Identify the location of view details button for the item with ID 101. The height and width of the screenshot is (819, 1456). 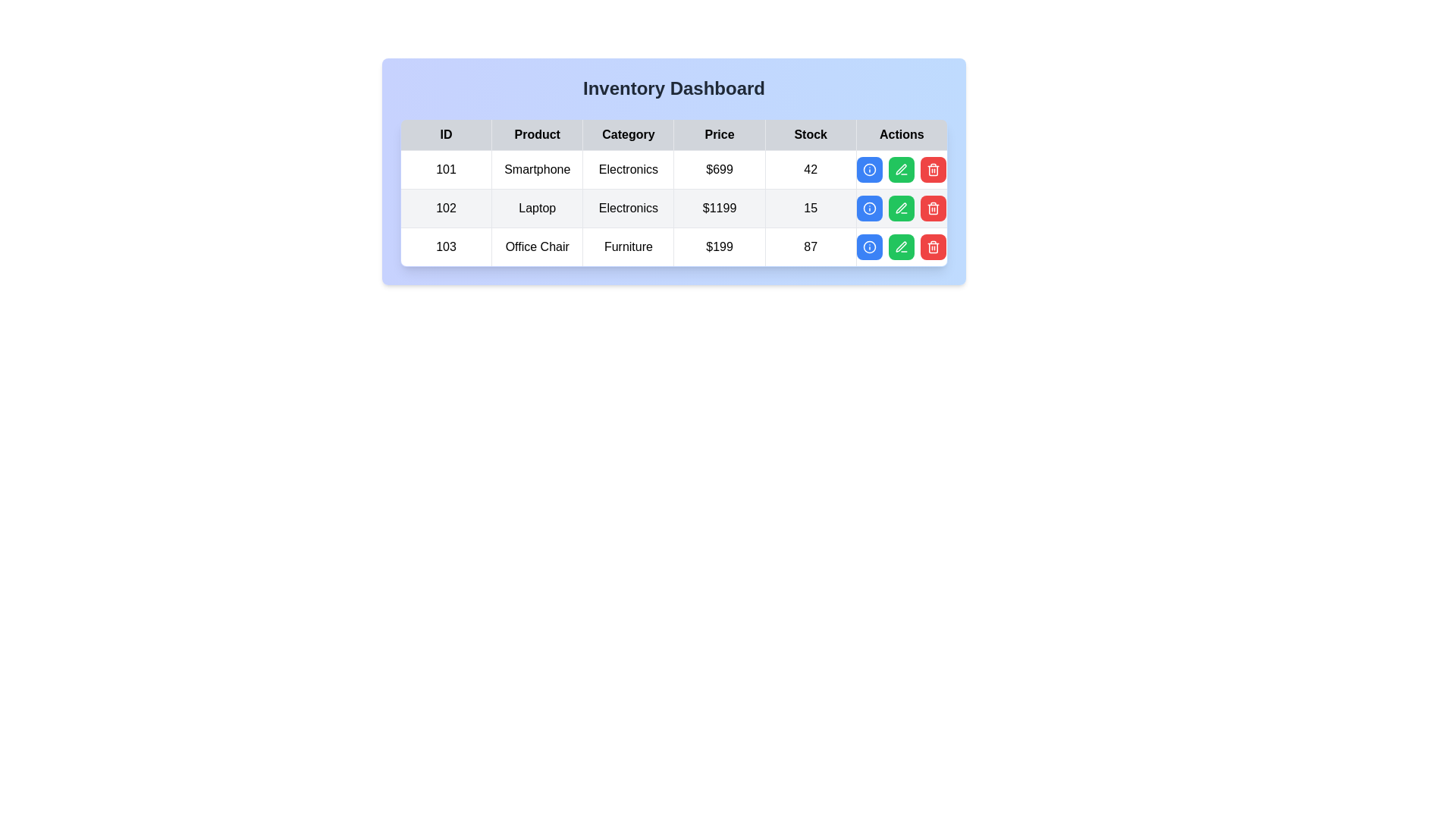
(870, 169).